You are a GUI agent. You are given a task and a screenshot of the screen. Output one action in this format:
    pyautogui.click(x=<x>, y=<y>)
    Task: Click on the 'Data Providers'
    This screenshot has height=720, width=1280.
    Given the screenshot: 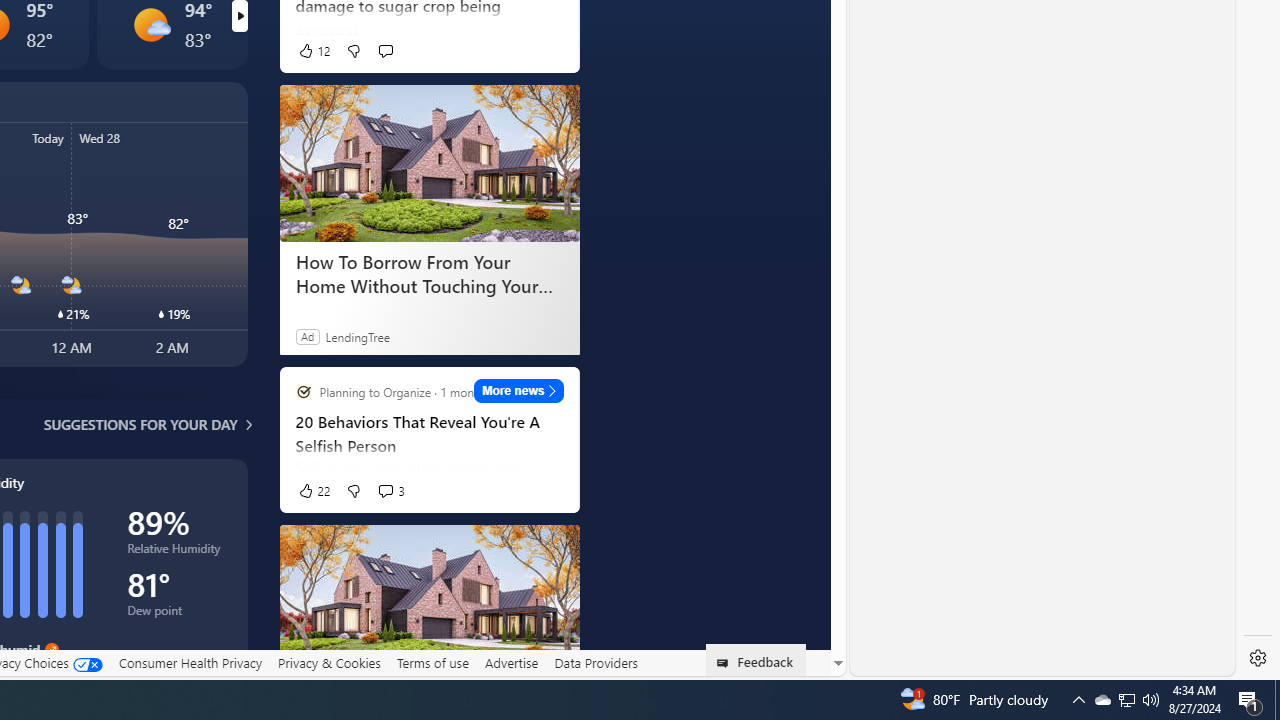 What is the action you would take?
    pyautogui.click(x=594, y=662)
    